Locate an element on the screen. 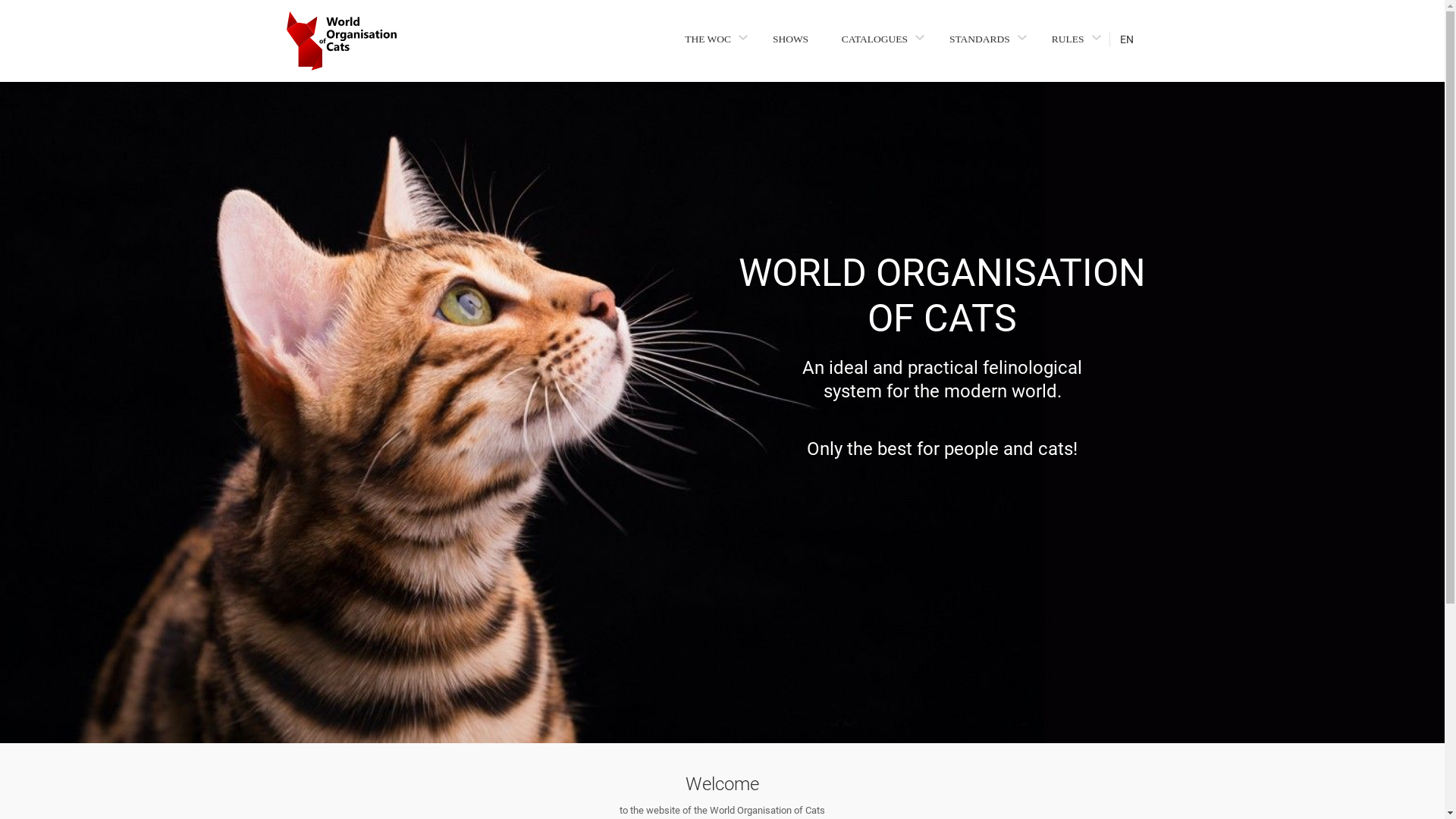  'RULES' is located at coordinates (1072, 38).